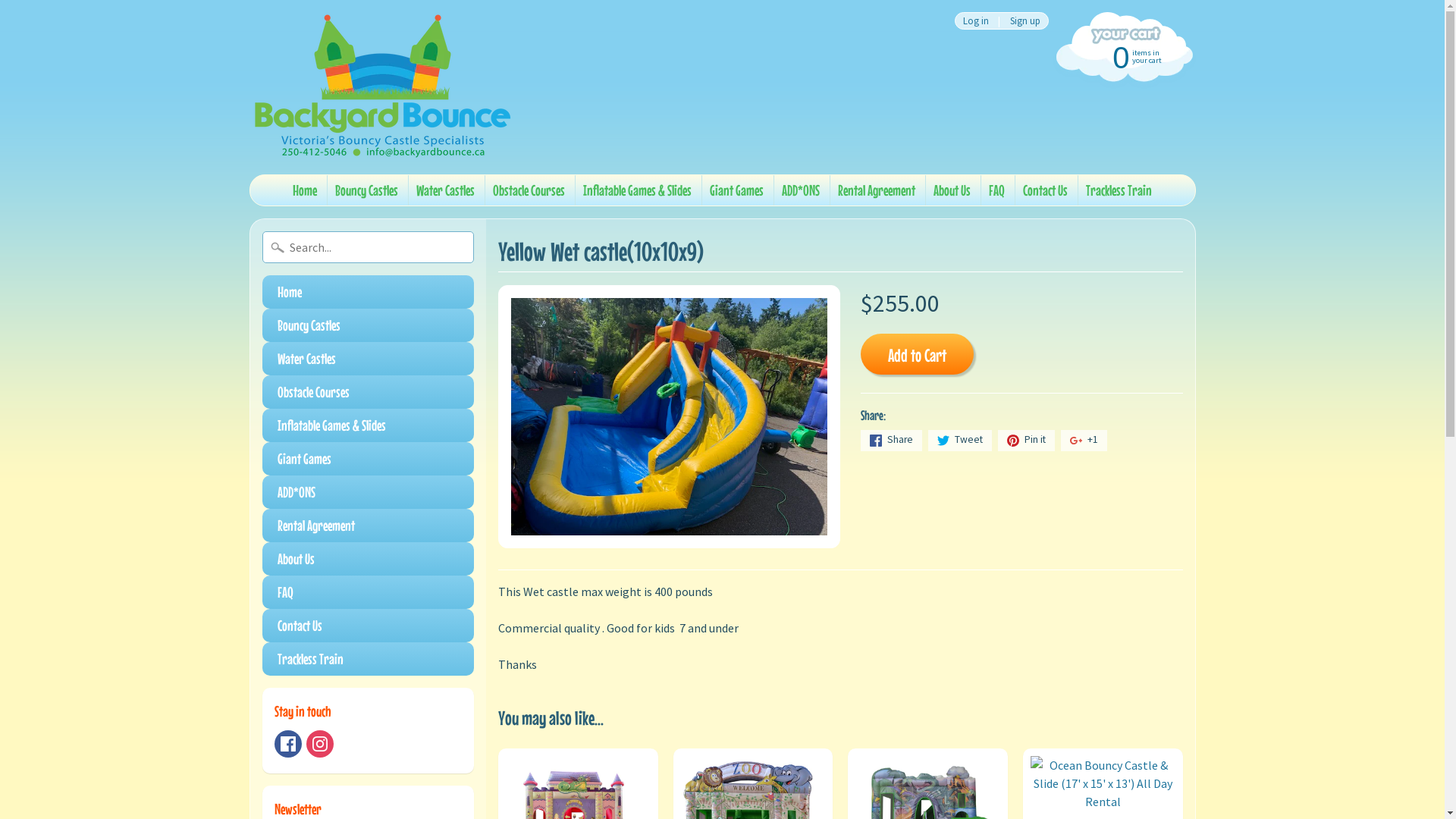 This screenshot has width=1456, height=819. I want to click on 'Pin it', so click(1026, 441).